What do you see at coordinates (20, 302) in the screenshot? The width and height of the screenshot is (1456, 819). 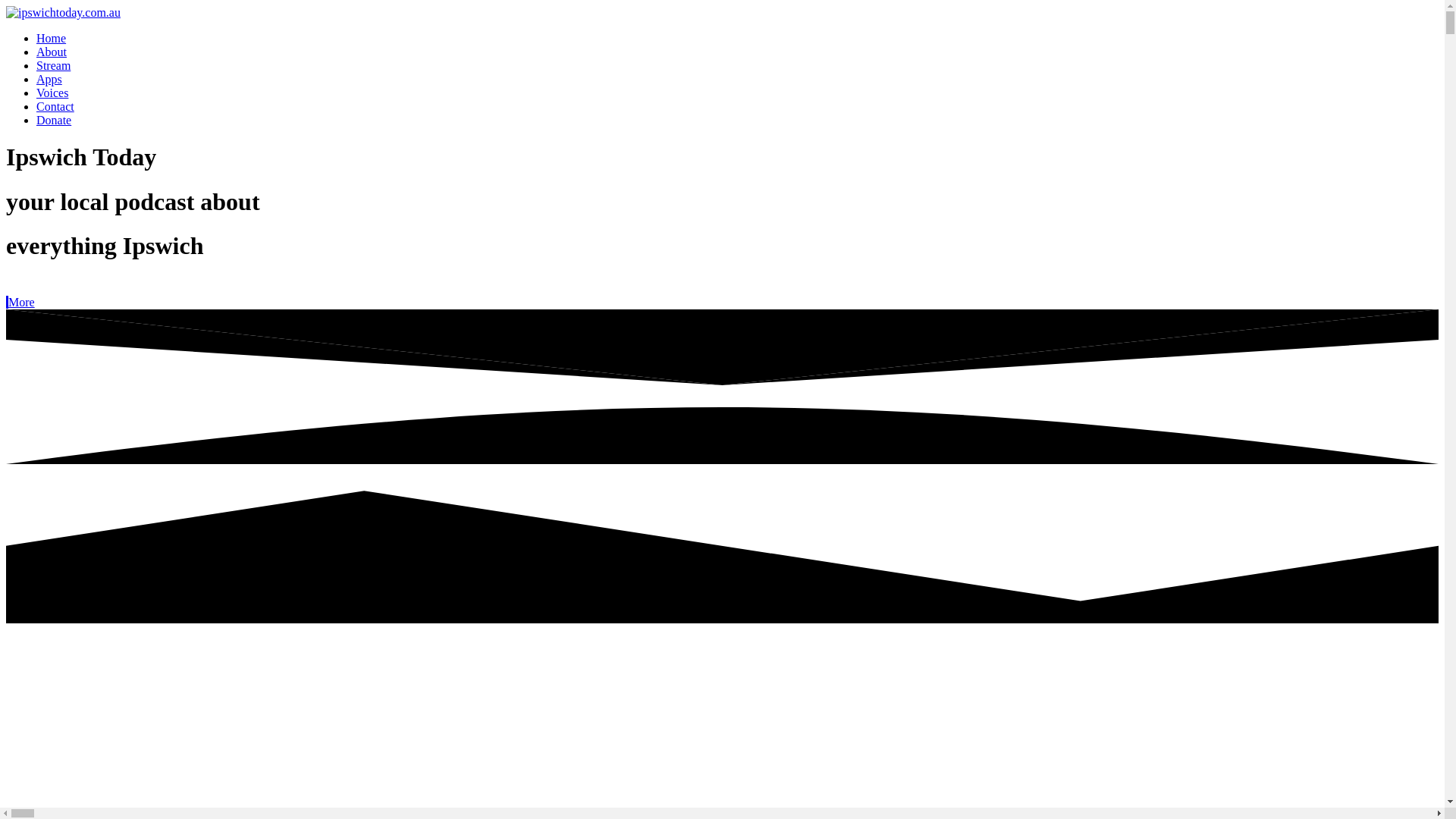 I see `'More'` at bounding box center [20, 302].